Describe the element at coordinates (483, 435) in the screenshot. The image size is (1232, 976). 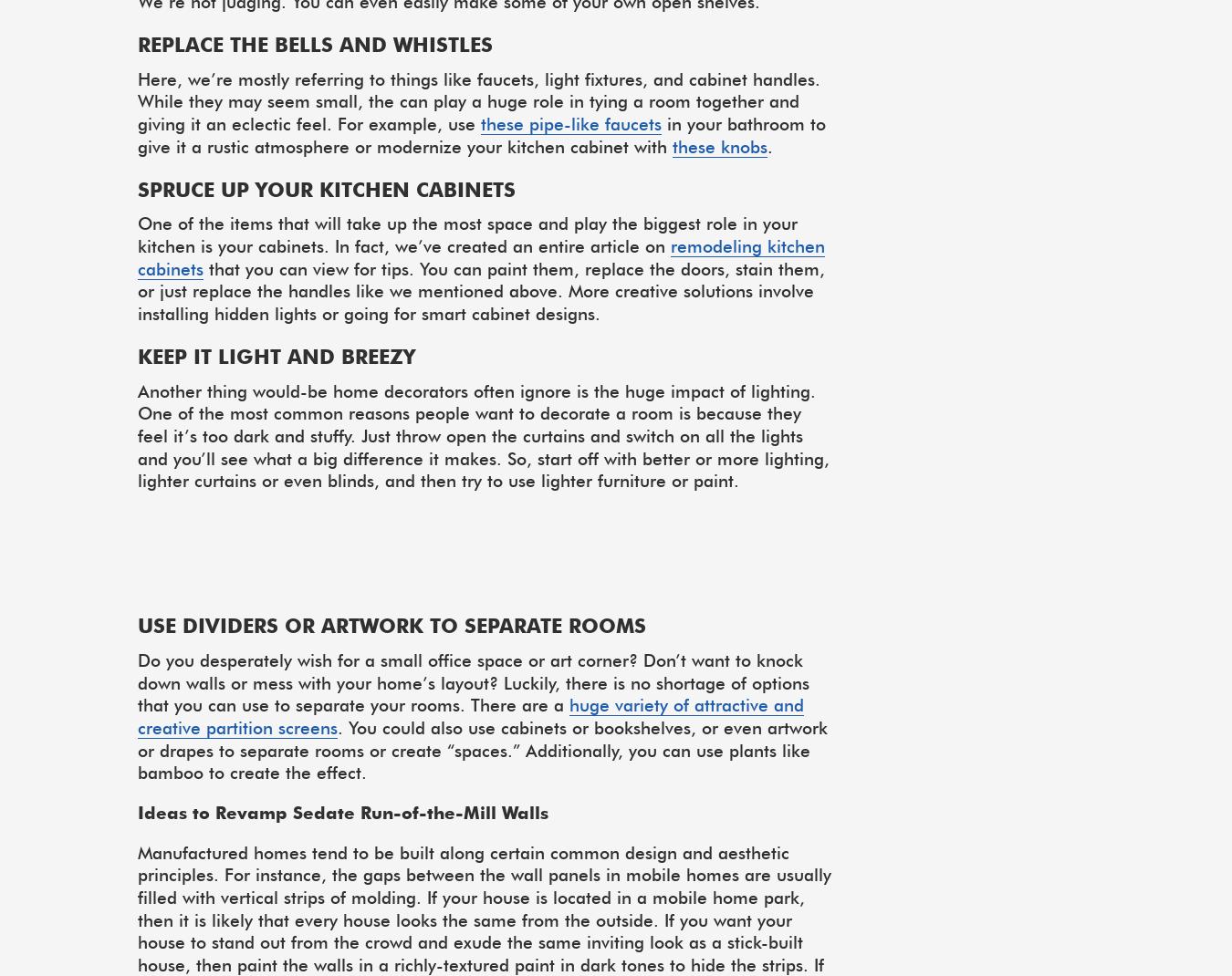
I see `'Another thing would-be home decorators often ignore is the huge impact of lighting. One of the most common reasons people want to decorate a room is because they feel it’s too dark and stuffy. Just throw open the curtains and switch on all the lights and you’ll see what a big difference it makes. So, start off with better or more lighting, lighter curtains or even blinds, and then try to use lighter furniture or paint.'` at that location.